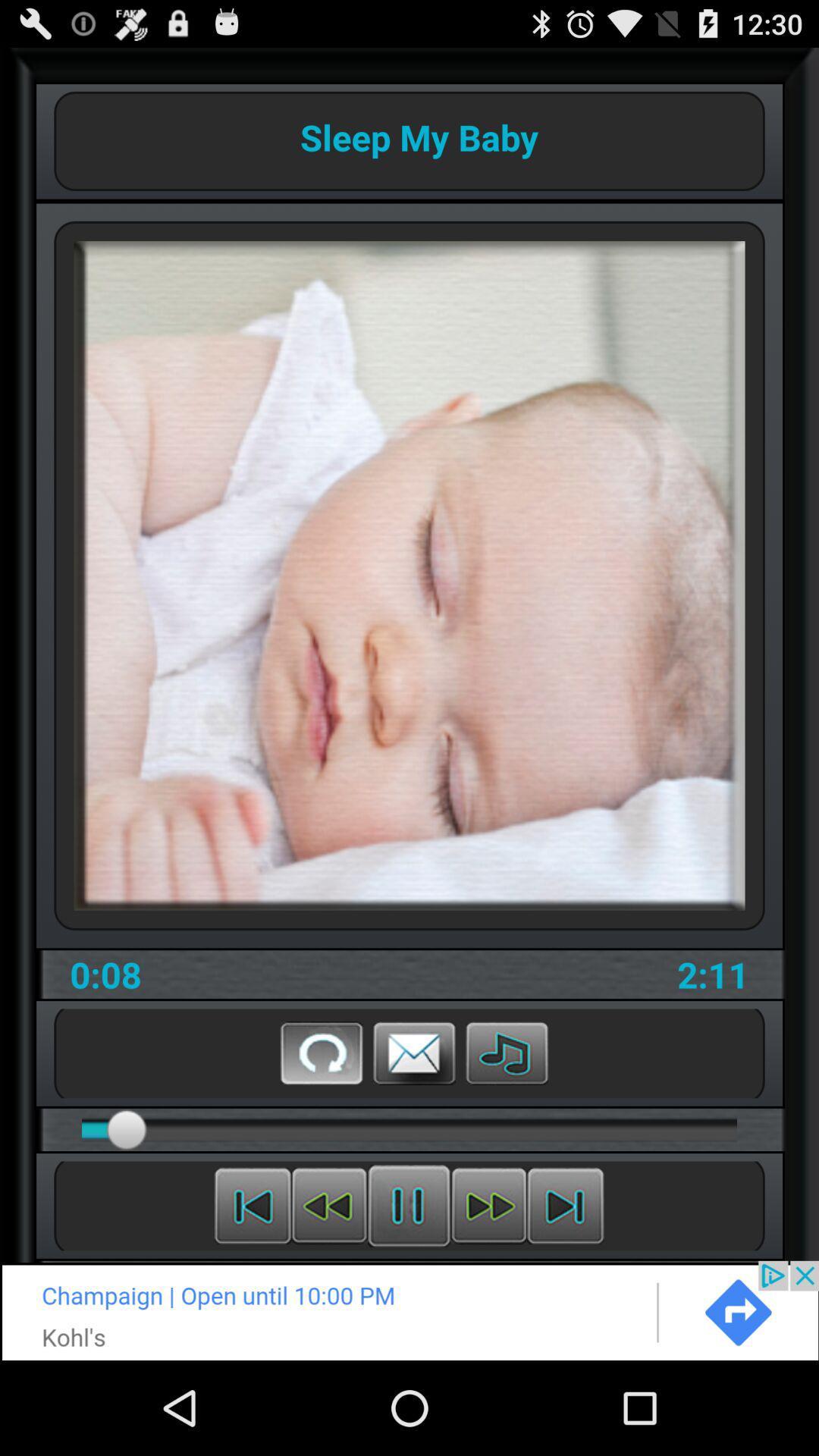 The image size is (819, 1456). Describe the element at coordinates (565, 1205) in the screenshot. I see `pause play` at that location.